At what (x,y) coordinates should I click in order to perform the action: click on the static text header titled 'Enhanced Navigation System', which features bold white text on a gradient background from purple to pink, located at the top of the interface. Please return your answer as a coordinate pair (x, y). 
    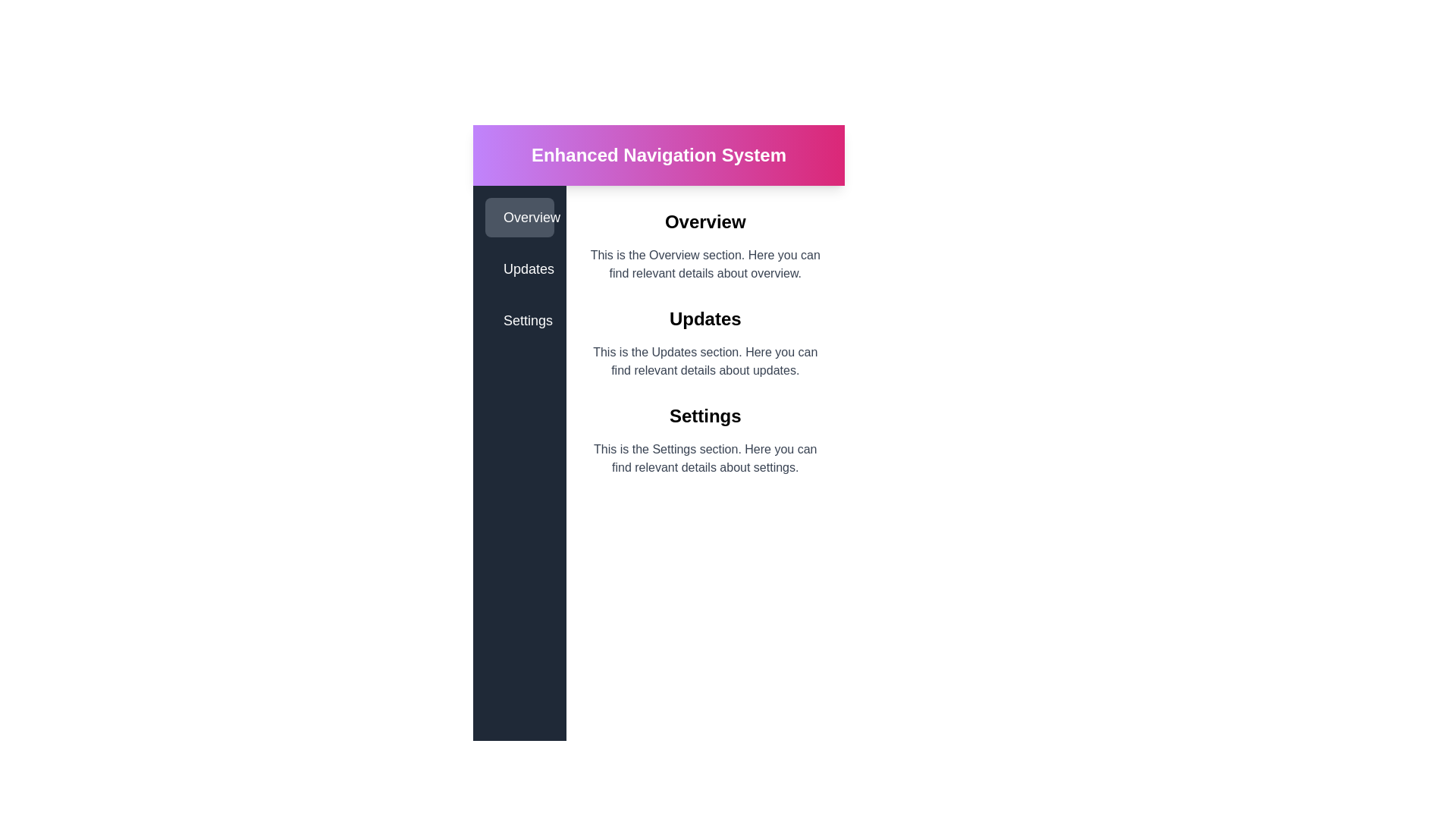
    Looking at the image, I should click on (658, 155).